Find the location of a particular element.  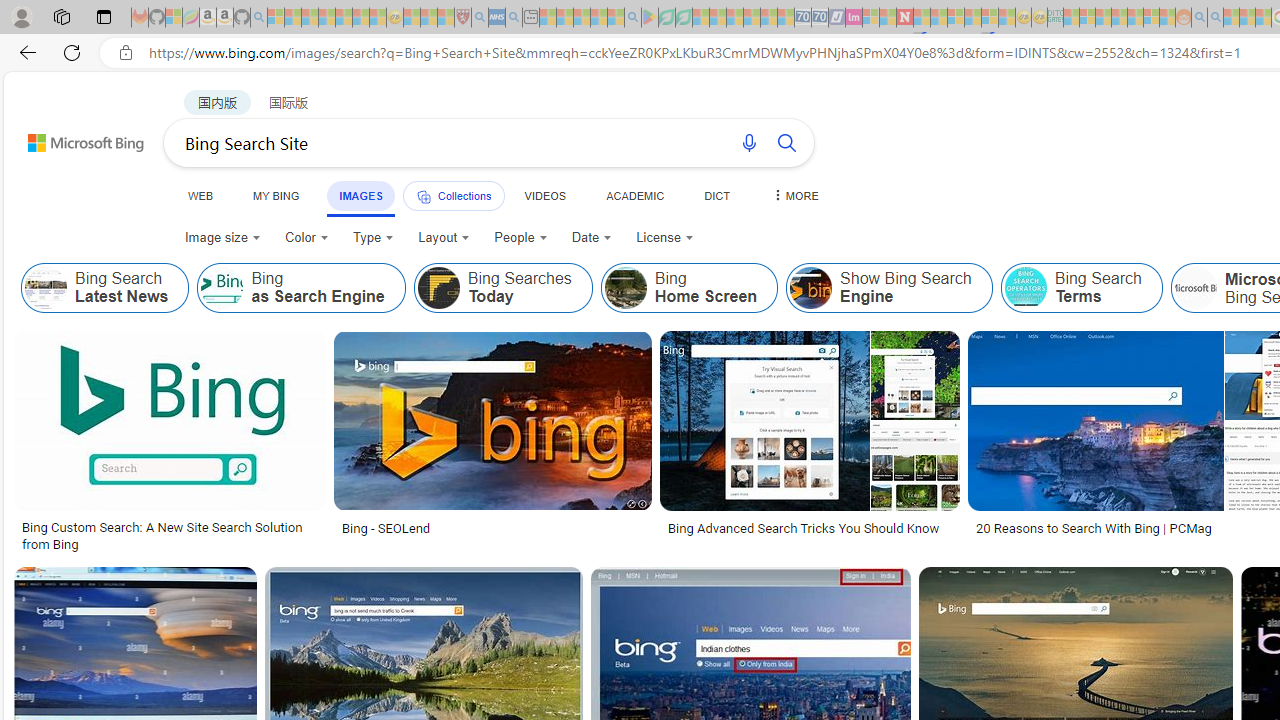

'Bing as Search Engine' is located at coordinates (300, 288).